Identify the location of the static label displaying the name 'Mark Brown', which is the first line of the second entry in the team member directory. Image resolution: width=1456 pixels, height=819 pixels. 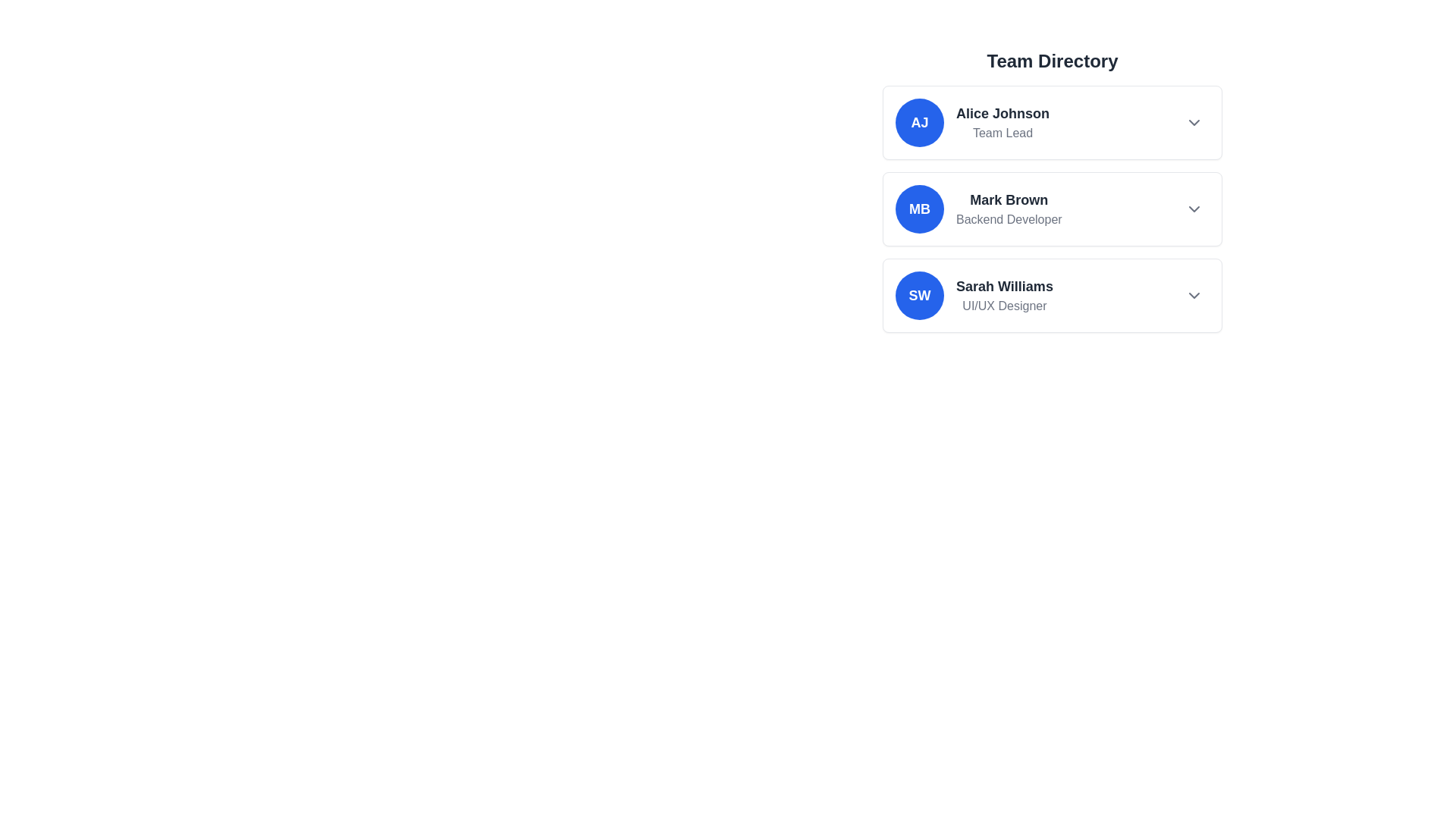
(1009, 199).